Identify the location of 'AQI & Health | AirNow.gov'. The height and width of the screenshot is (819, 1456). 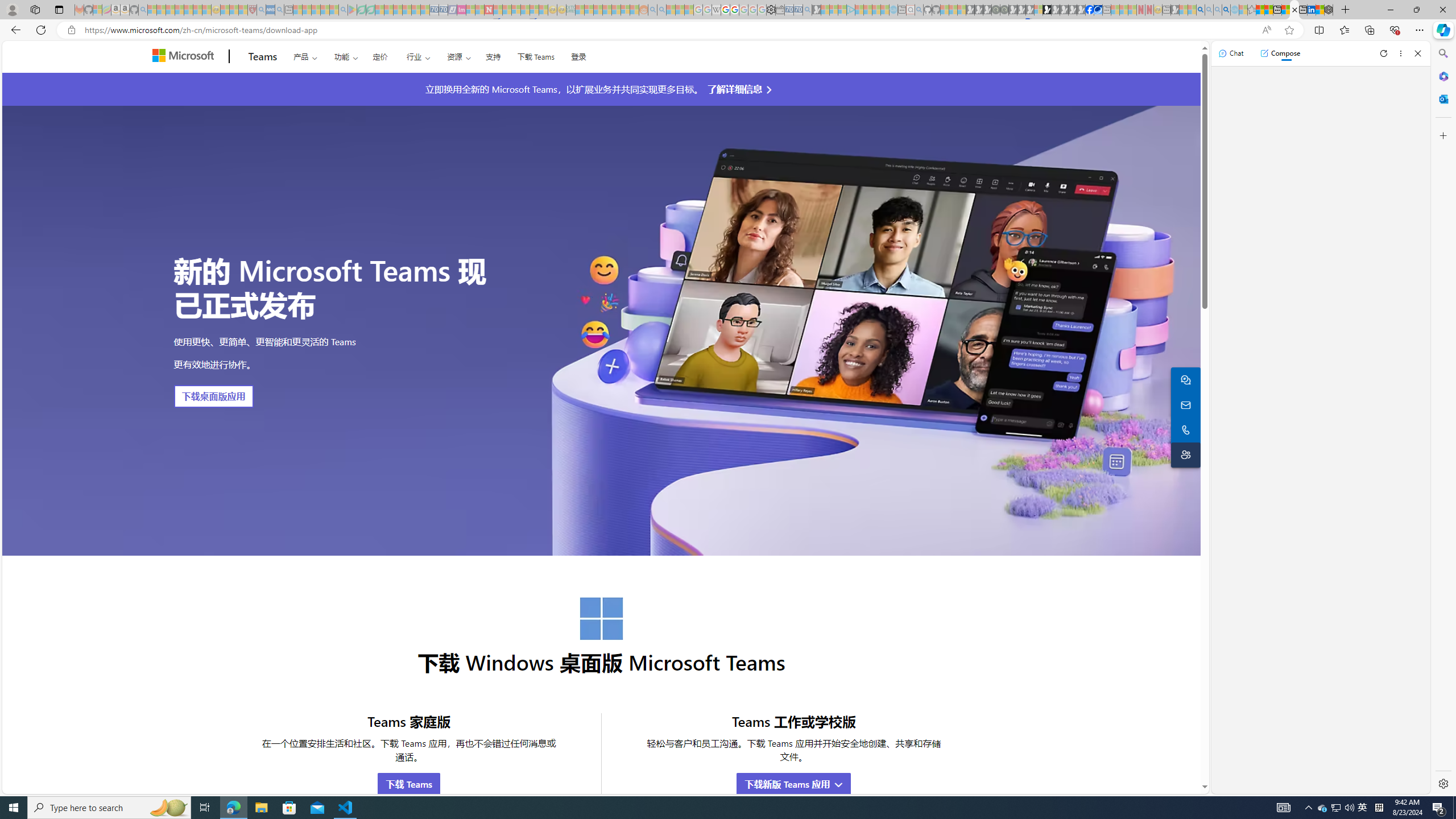
(1098, 9).